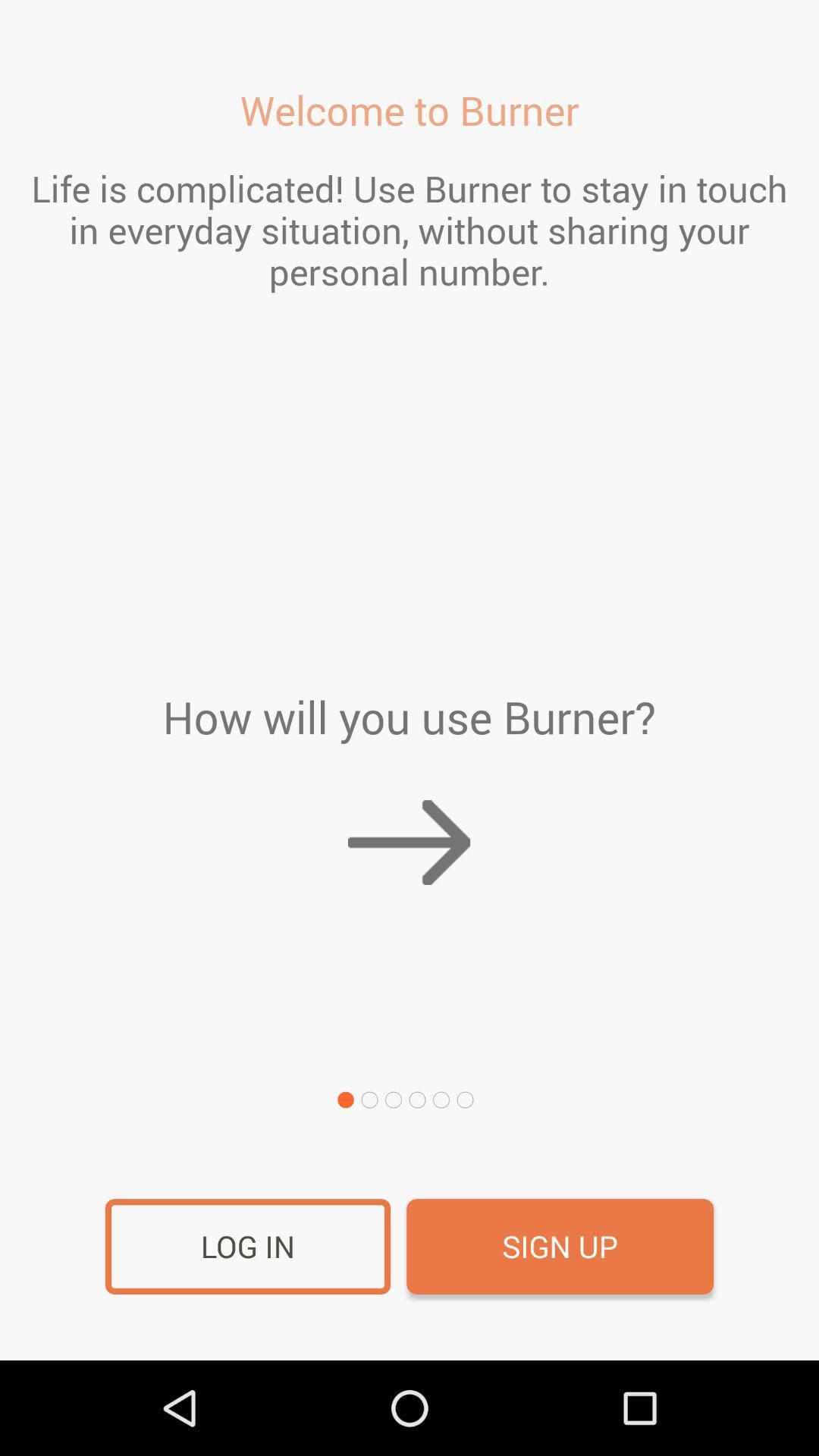 The height and width of the screenshot is (1456, 819). What do you see at coordinates (560, 1247) in the screenshot?
I see `item to the right of the log in icon` at bounding box center [560, 1247].